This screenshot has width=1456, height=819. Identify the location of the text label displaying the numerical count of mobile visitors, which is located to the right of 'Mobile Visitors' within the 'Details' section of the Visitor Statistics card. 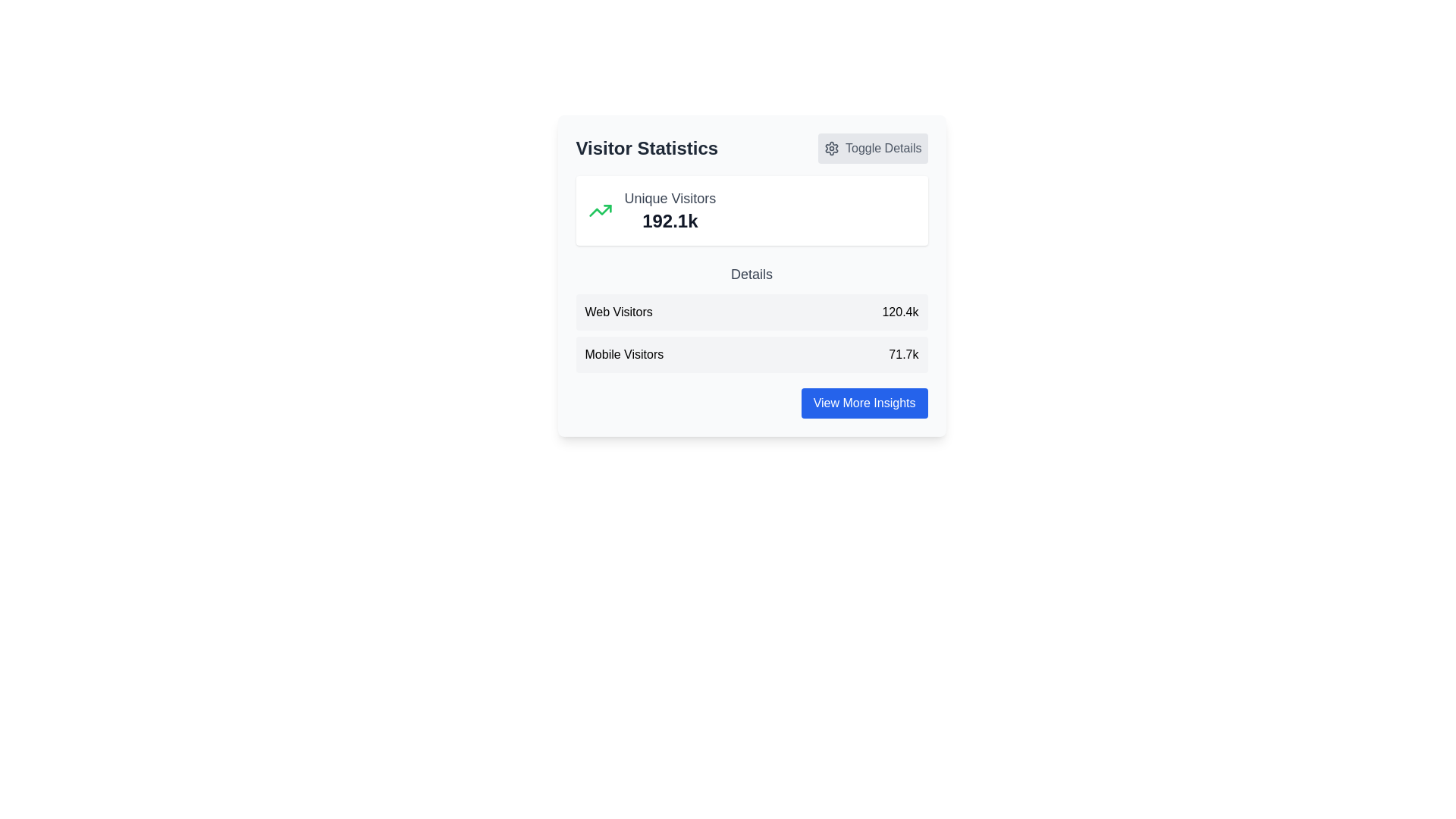
(903, 354).